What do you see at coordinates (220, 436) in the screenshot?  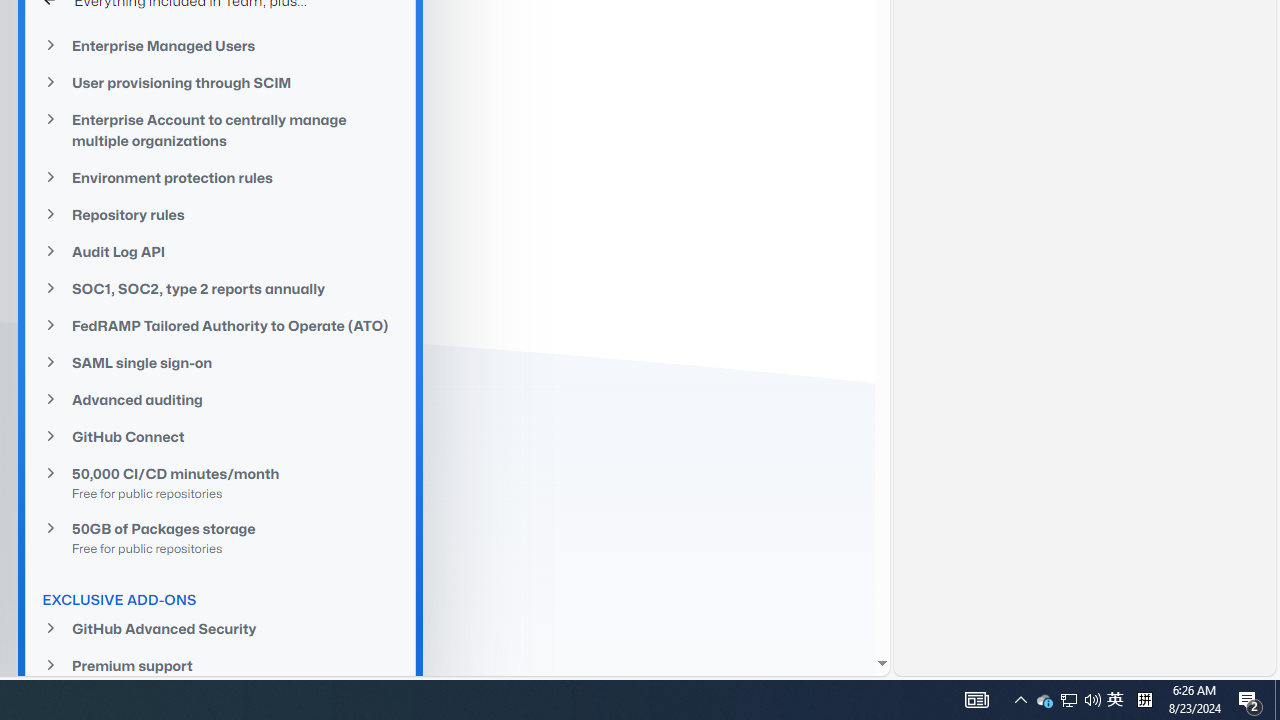 I see `'GitHub Connect'` at bounding box center [220, 436].